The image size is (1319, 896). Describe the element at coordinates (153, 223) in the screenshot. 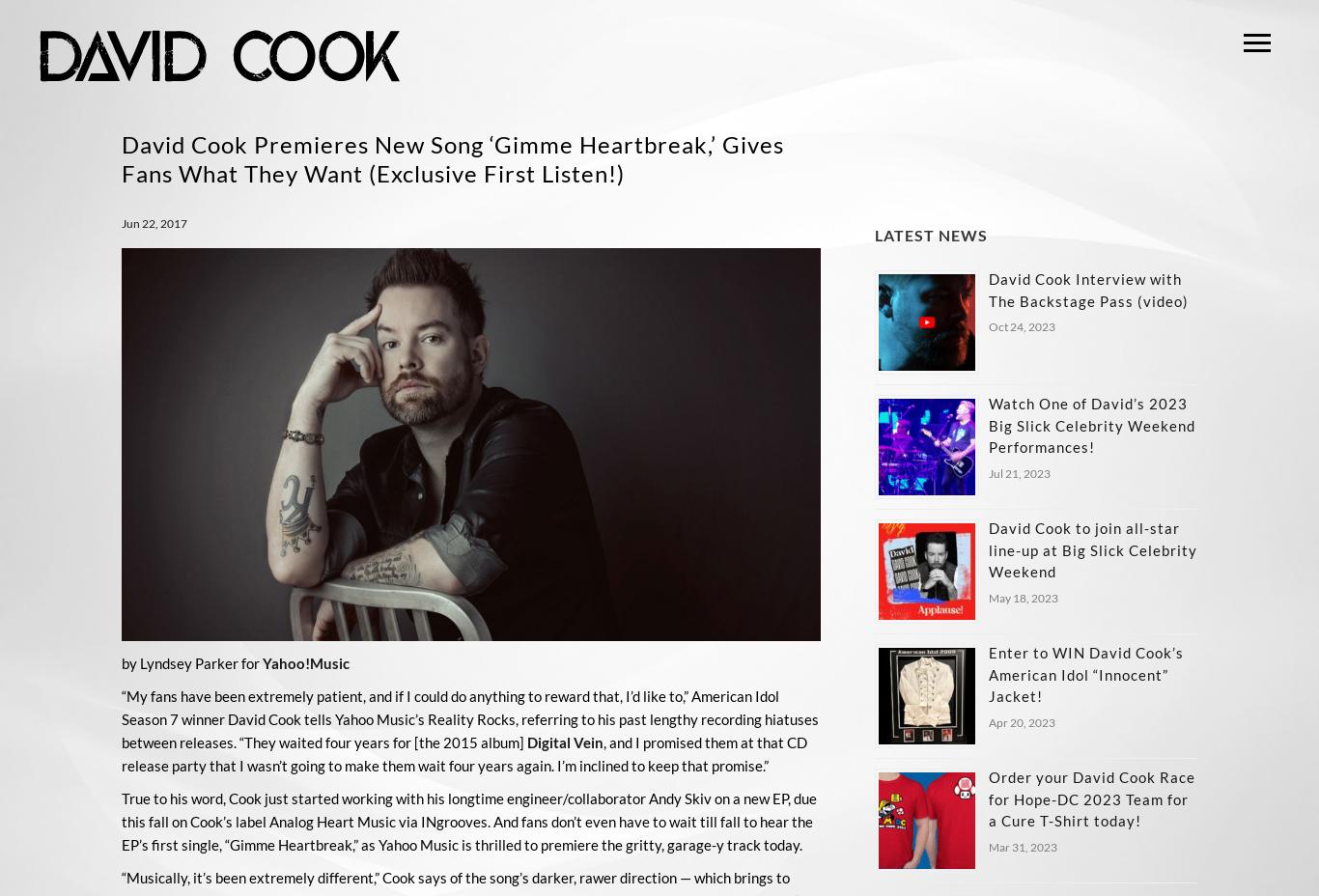

I see `'Jun 22, 2017'` at that location.